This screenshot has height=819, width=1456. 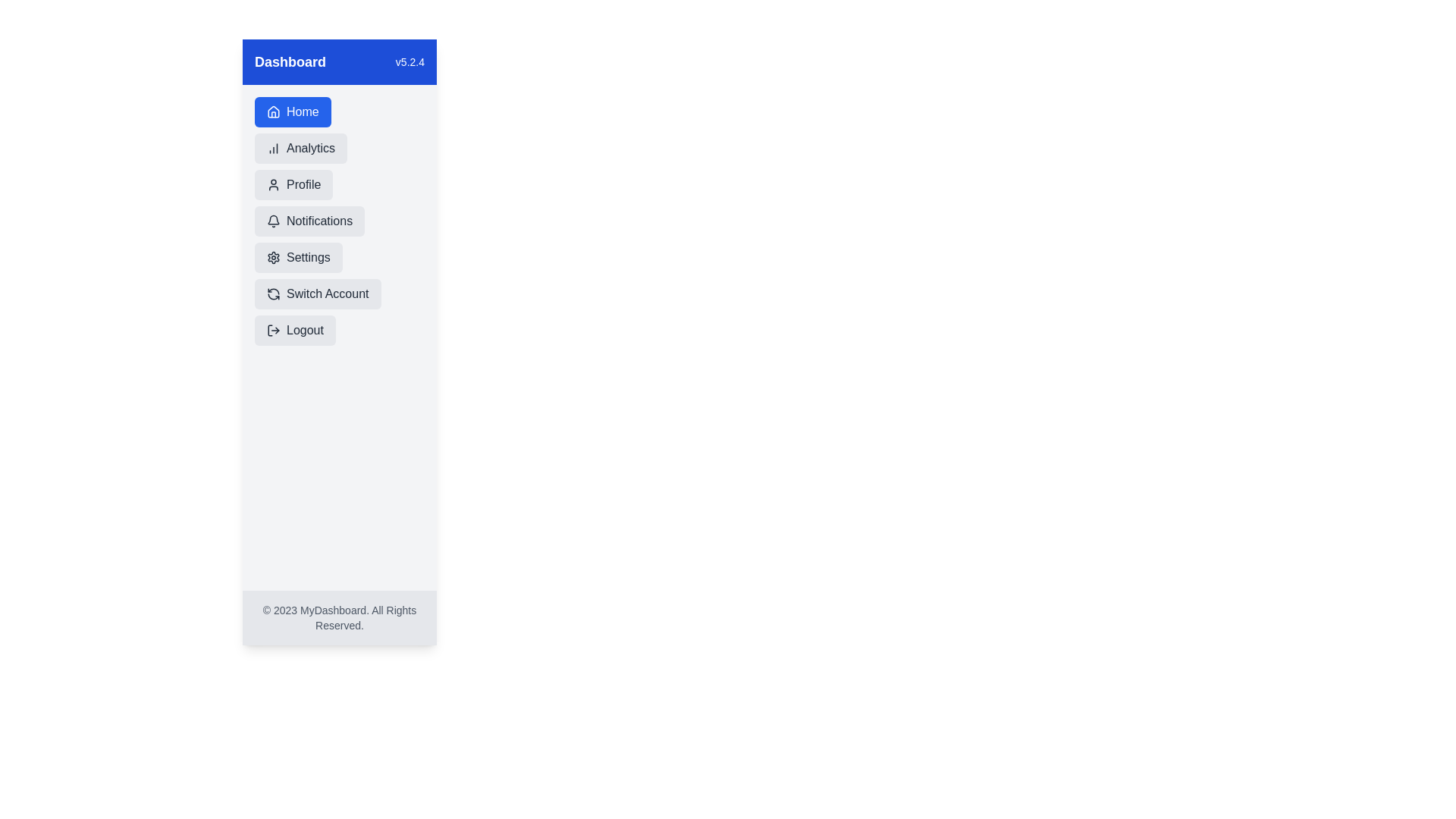 What do you see at coordinates (301, 149) in the screenshot?
I see `the Analytics button located on the vertical navigation sidebar, which is positioned below the 'Home' button and above the 'Profile' button` at bounding box center [301, 149].